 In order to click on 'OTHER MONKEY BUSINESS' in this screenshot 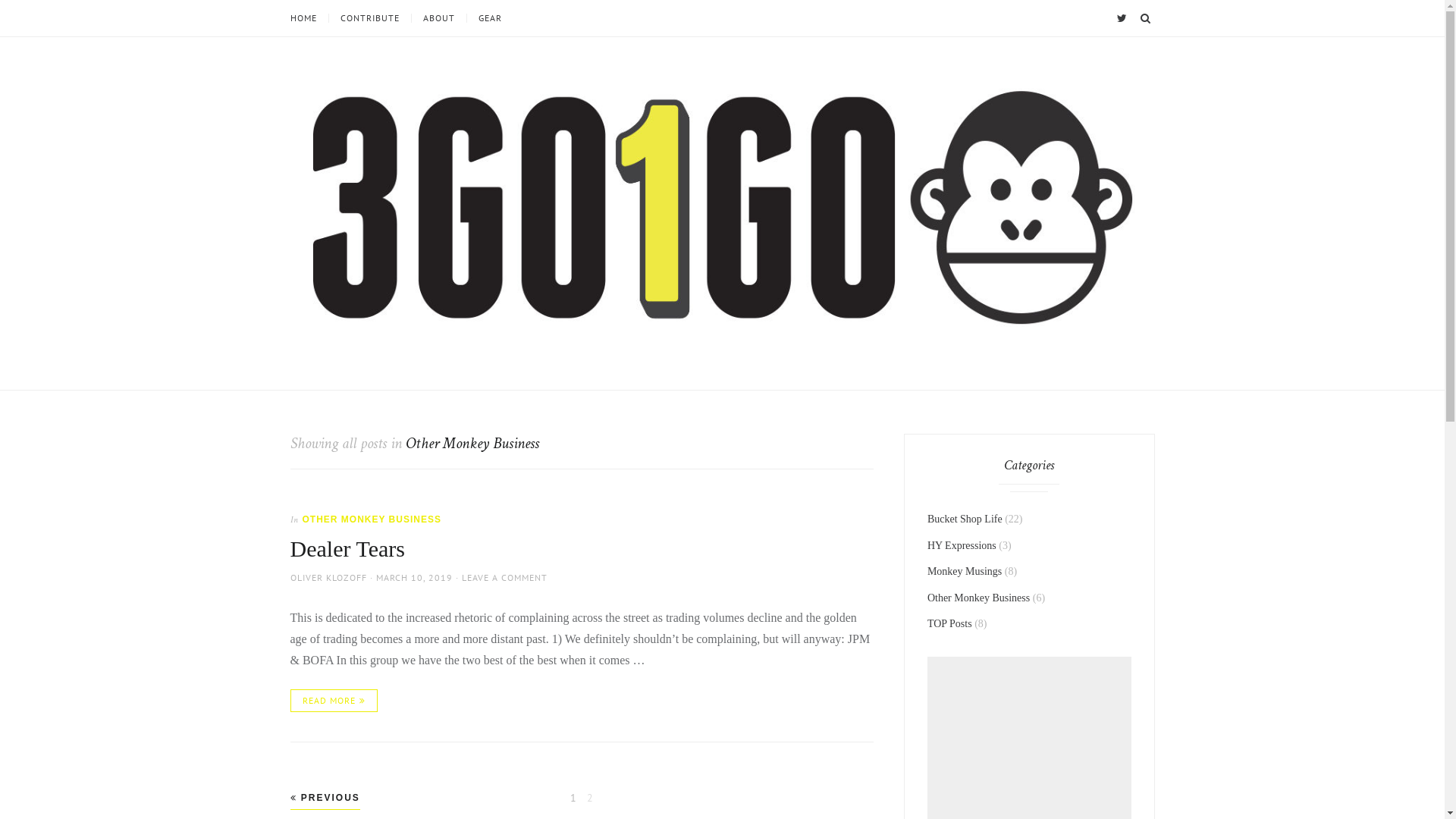, I will do `click(371, 519)`.